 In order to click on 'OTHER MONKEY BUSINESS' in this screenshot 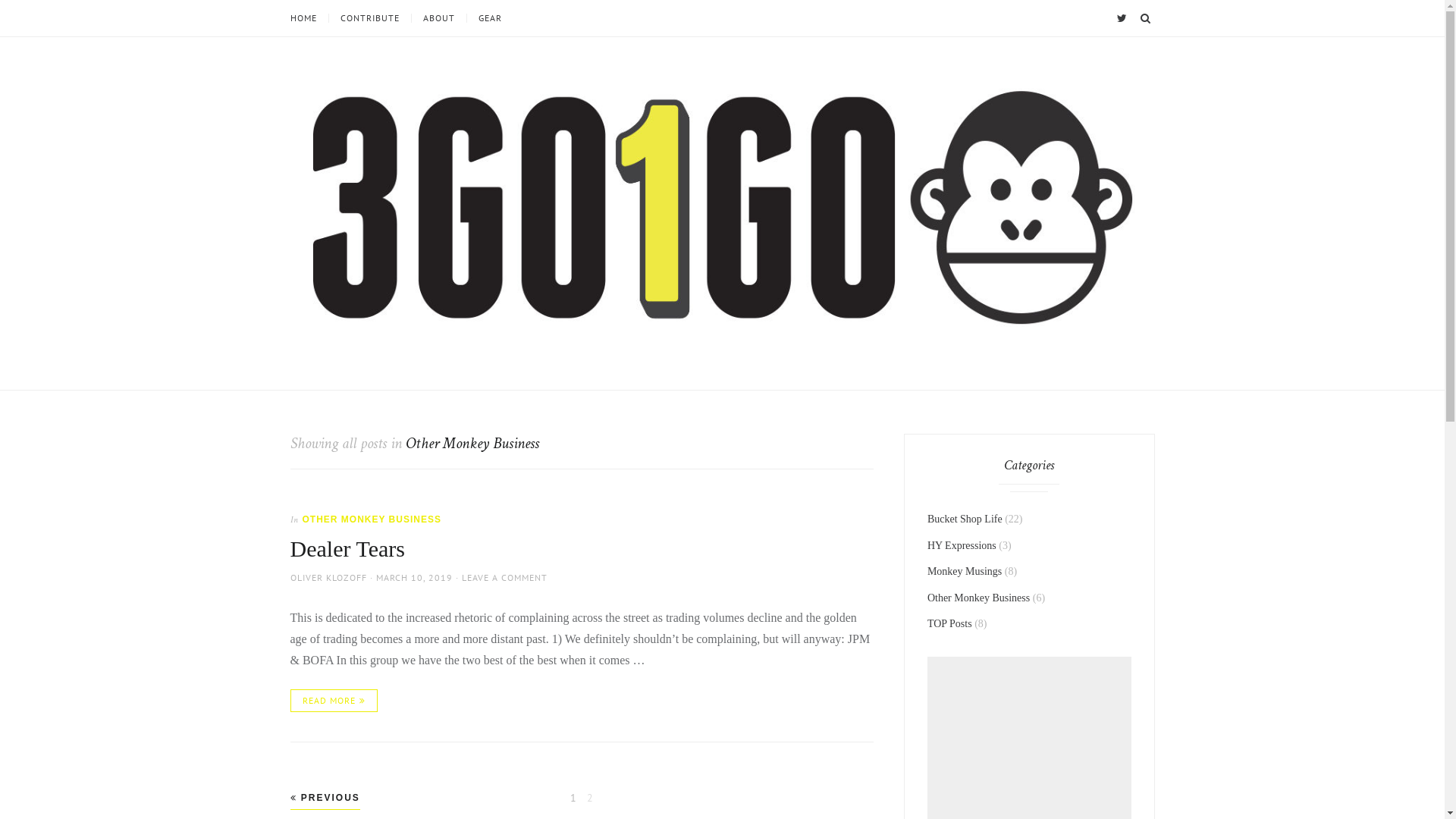, I will do `click(371, 519)`.